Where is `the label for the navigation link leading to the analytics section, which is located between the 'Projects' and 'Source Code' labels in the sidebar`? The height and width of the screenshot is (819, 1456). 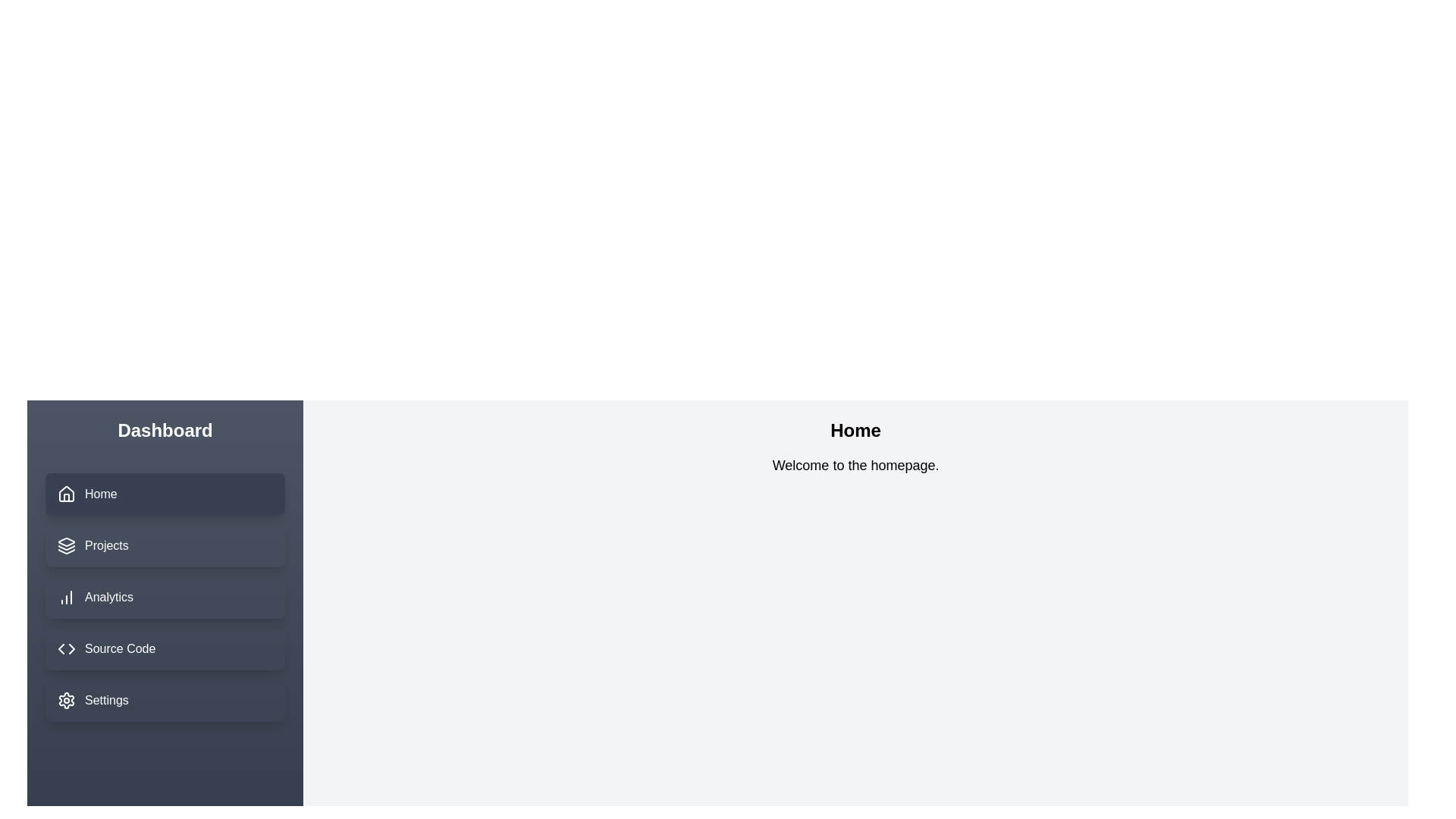 the label for the navigation link leading to the analytics section, which is located between the 'Projects' and 'Source Code' labels in the sidebar is located at coordinates (108, 596).